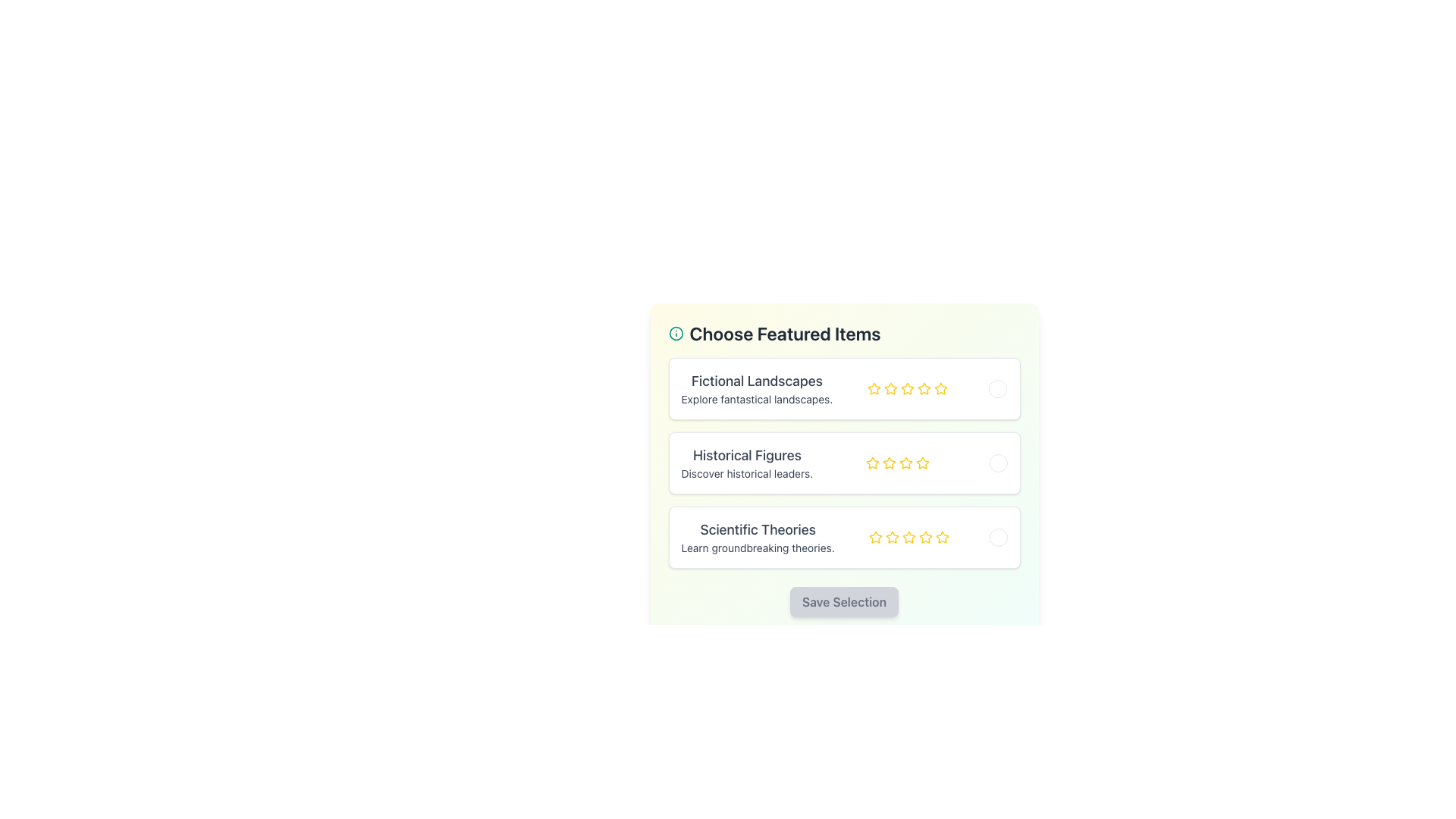 The height and width of the screenshot is (819, 1456). I want to click on the fifth star-shaped rating icon in the 'Choose Featured Items' section under the 'Fictional Landscapes' option, so click(924, 388).